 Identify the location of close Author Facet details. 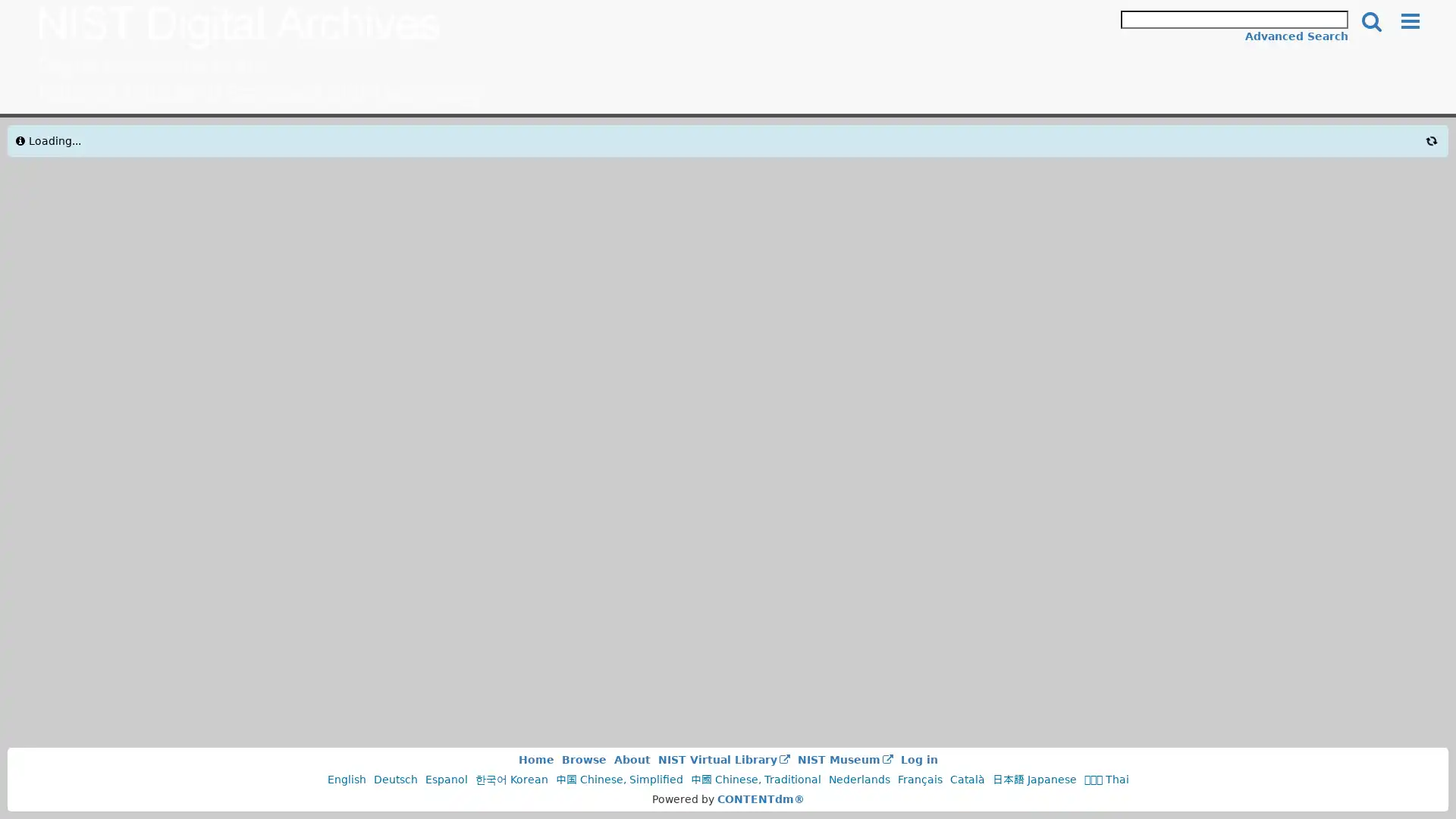
(66, 726).